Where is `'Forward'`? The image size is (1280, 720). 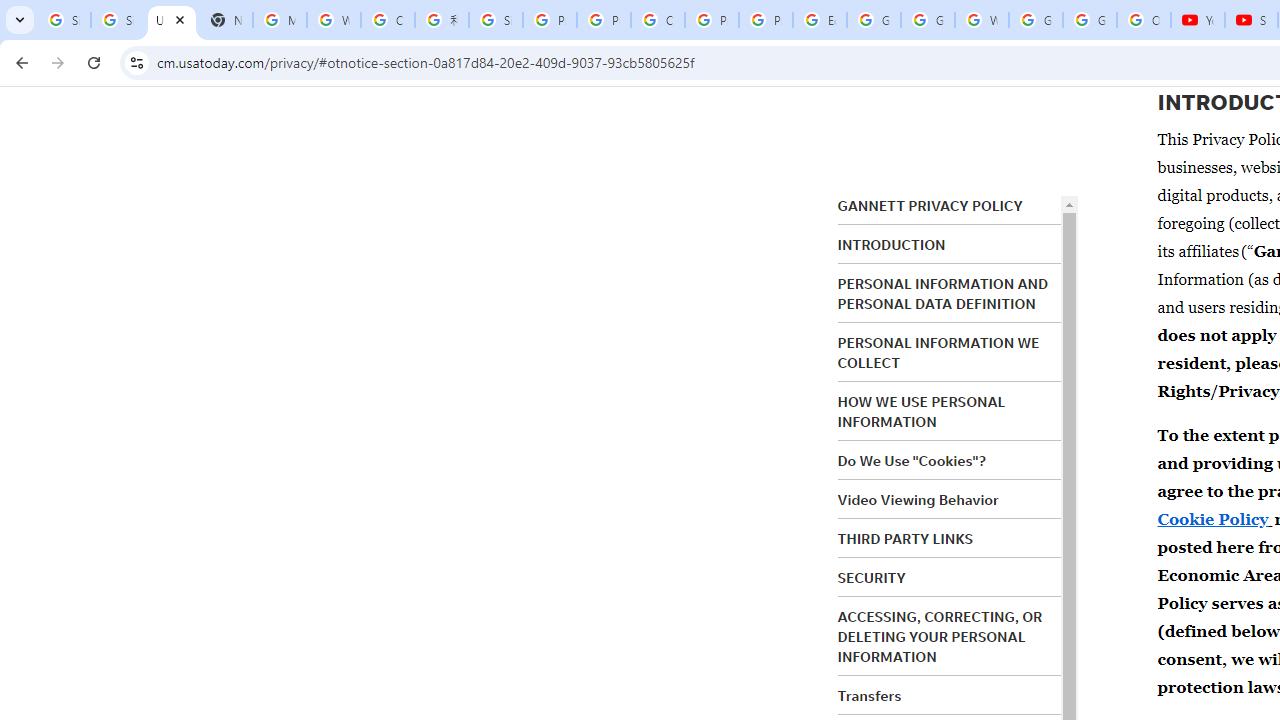 'Forward' is located at coordinates (58, 61).